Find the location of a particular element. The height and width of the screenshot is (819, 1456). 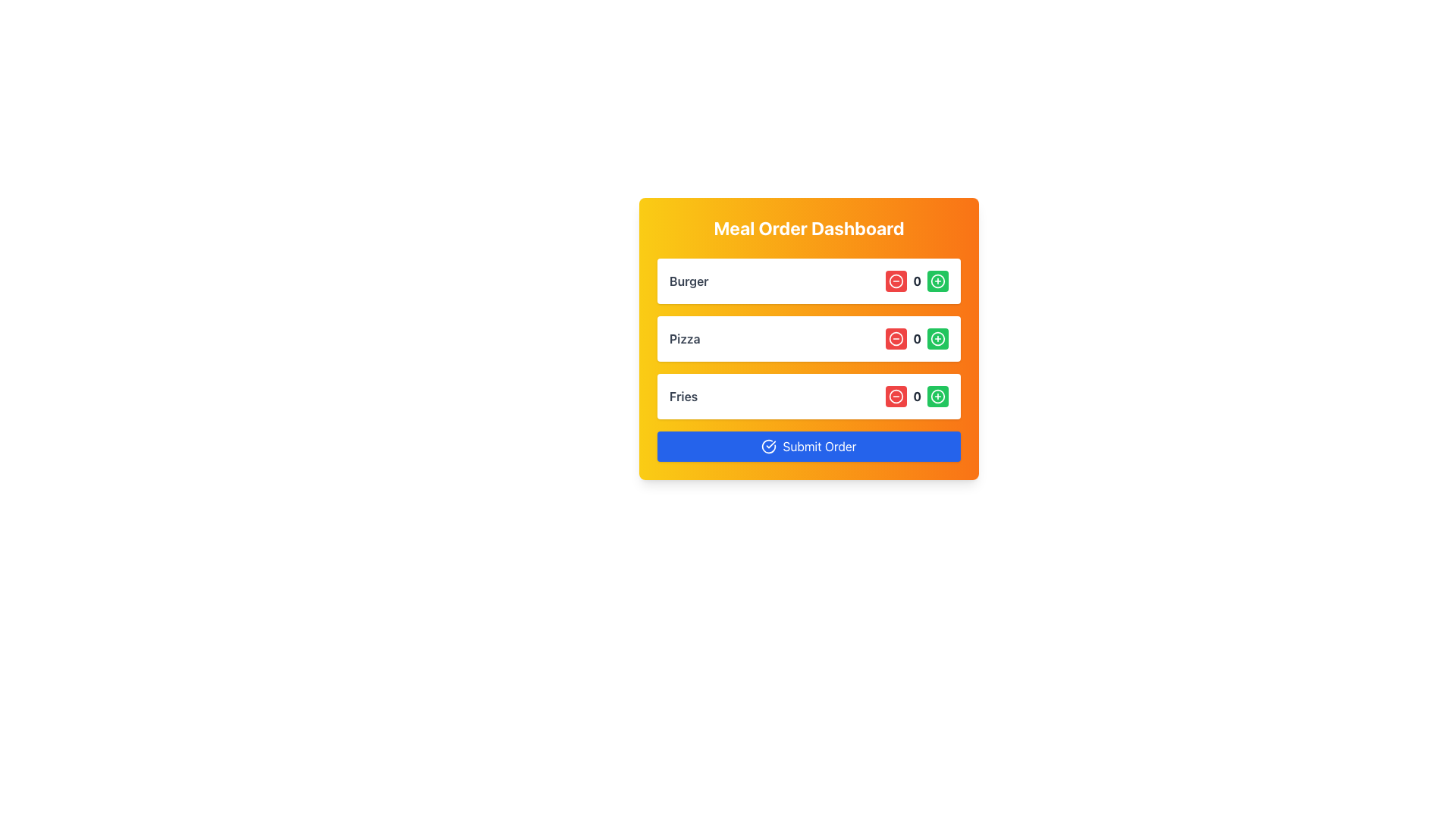

the bold text display showing '0' for the 'Pizza' item, which is located between the red decrement button and the green increment button in the second row is located at coordinates (916, 338).